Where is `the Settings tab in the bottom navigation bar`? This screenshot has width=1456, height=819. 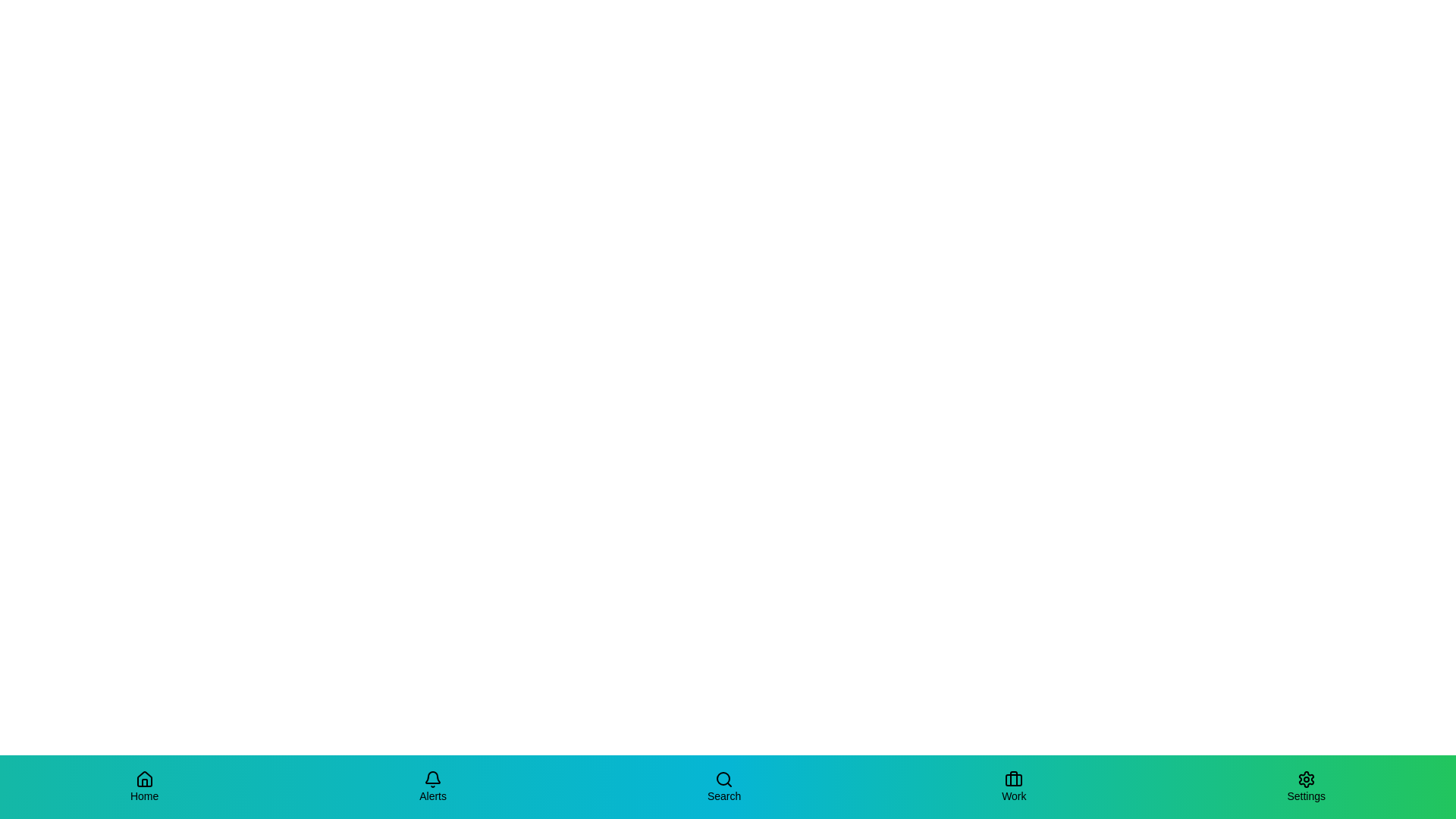 the Settings tab in the bottom navigation bar is located at coordinates (1305, 786).